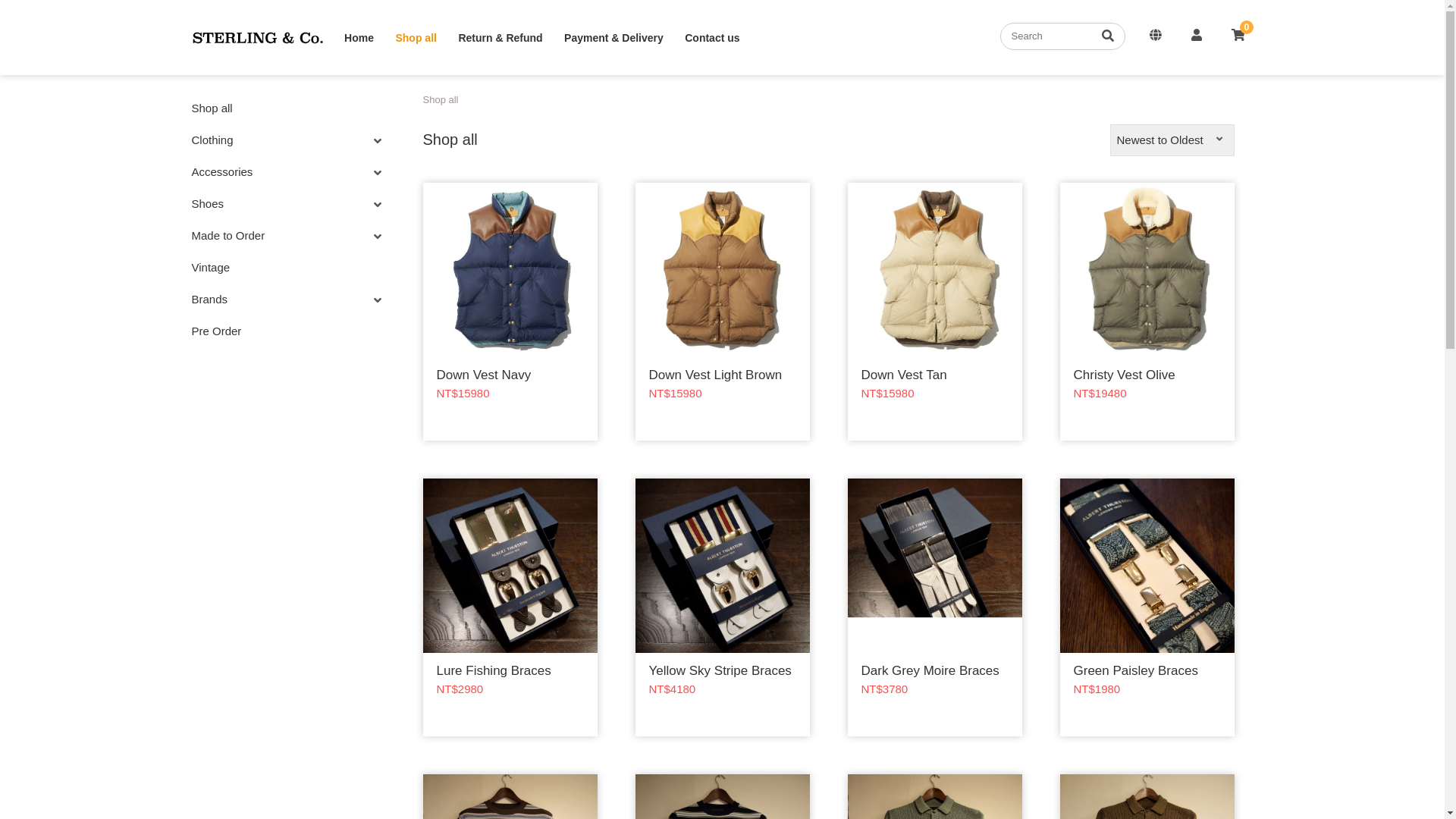 The image size is (1456, 819). What do you see at coordinates (206, 202) in the screenshot?
I see `'Shoes'` at bounding box center [206, 202].